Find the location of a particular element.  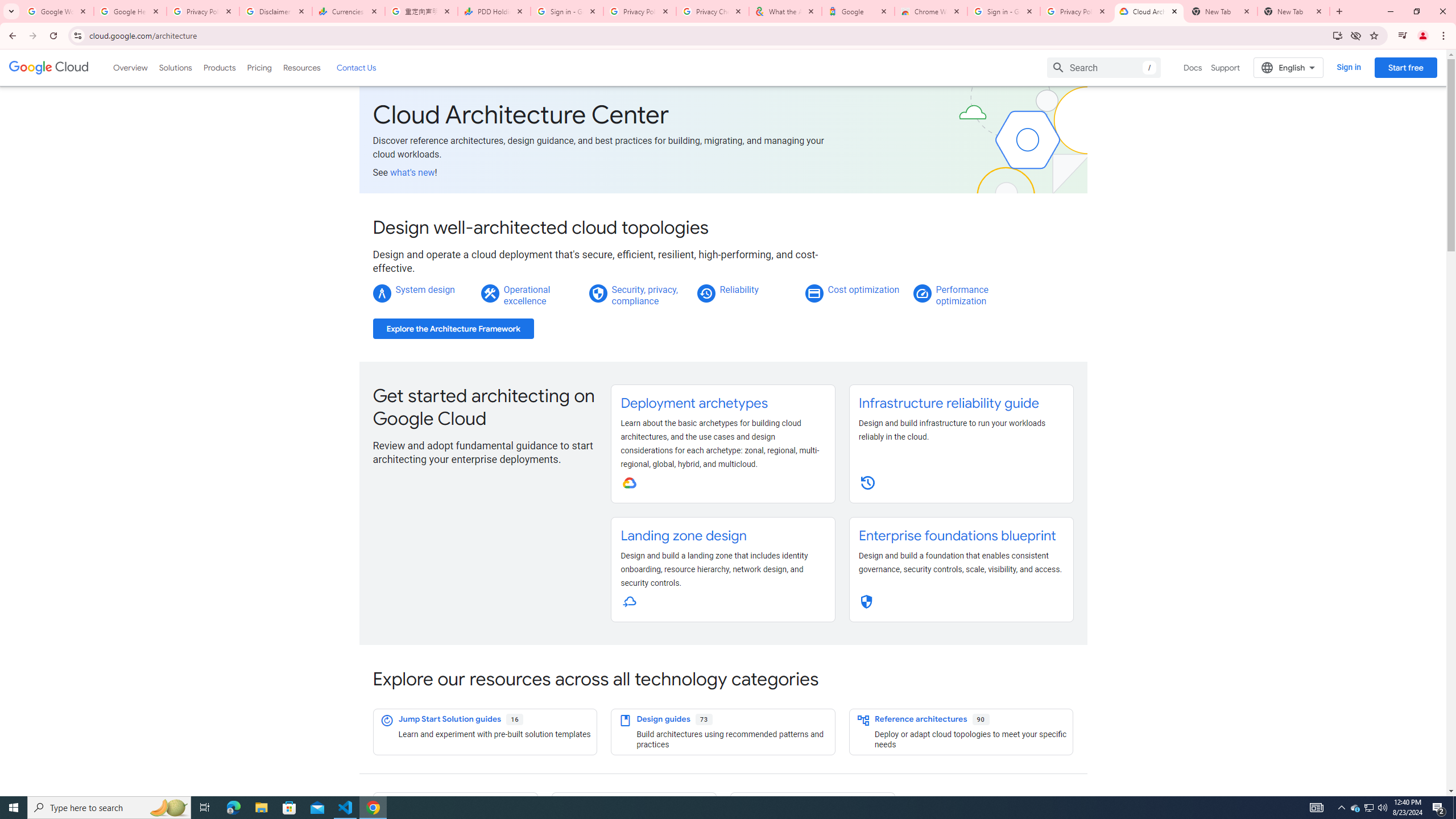

'PDD Holdings Inc - ADR (PDD) Price & News - Google Finance' is located at coordinates (494, 11).